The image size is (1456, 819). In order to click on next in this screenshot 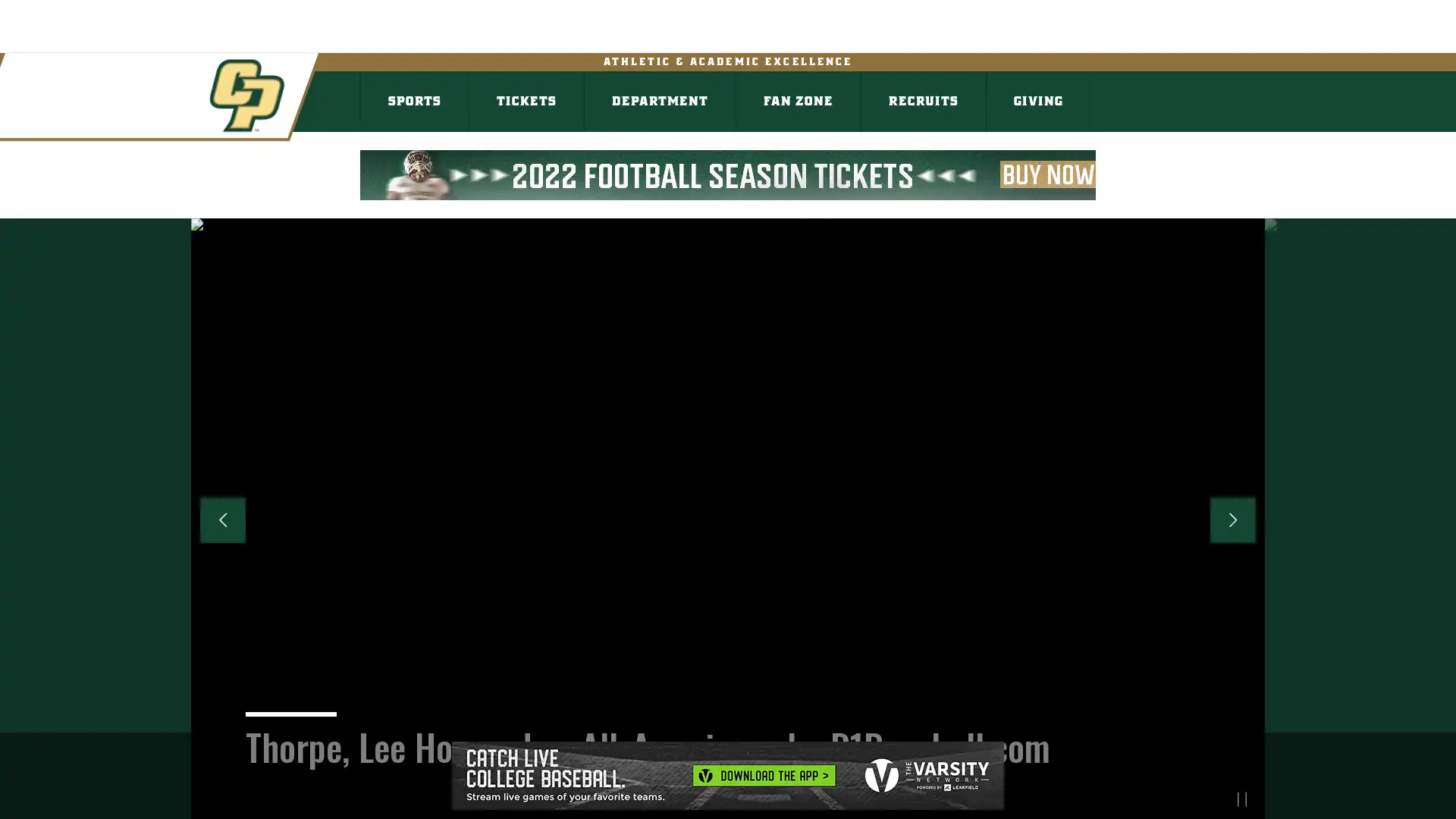, I will do `click(1233, 519)`.